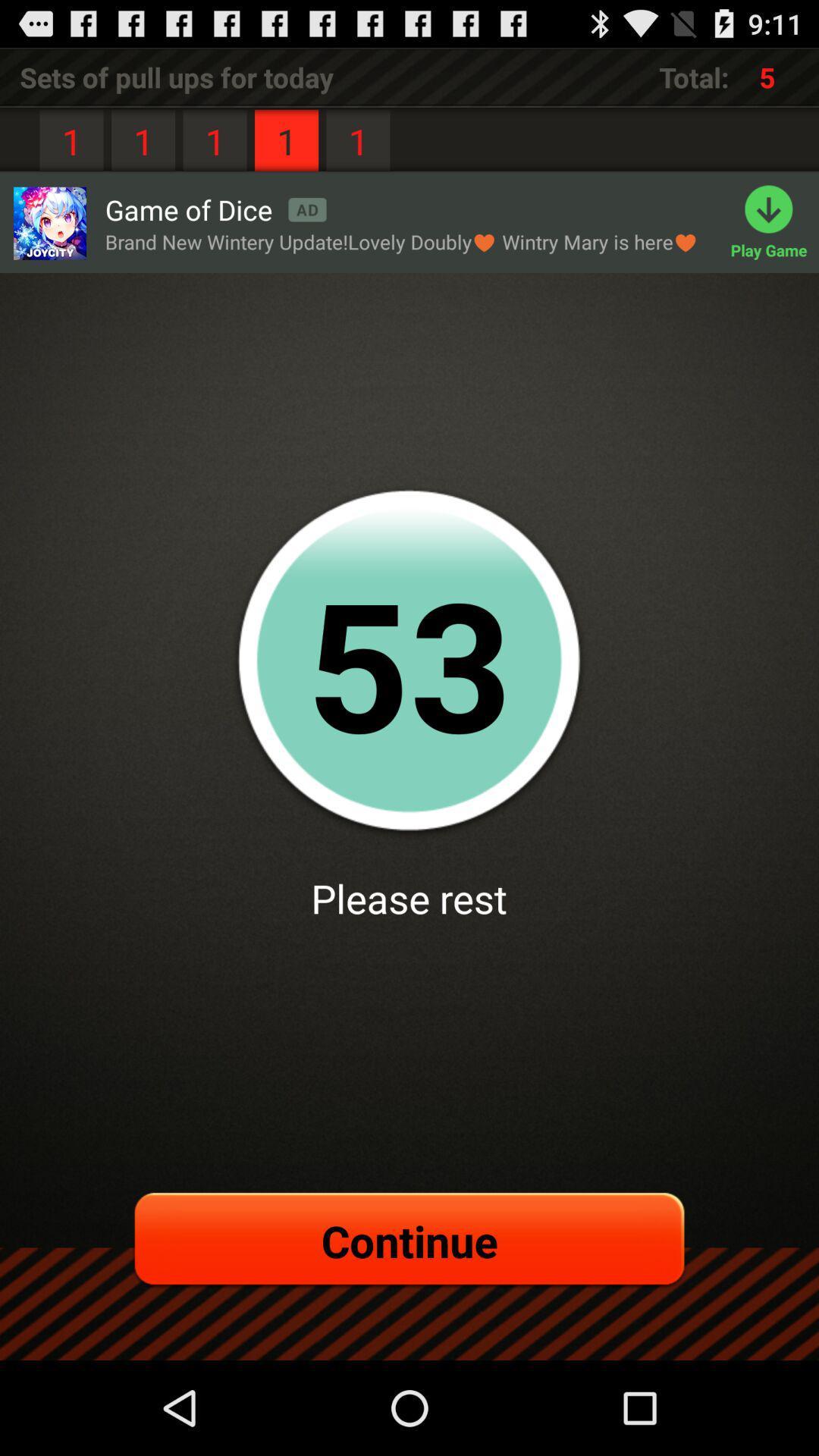 This screenshot has height=1456, width=819. What do you see at coordinates (774, 222) in the screenshot?
I see `icon next to the brand new wintery` at bounding box center [774, 222].